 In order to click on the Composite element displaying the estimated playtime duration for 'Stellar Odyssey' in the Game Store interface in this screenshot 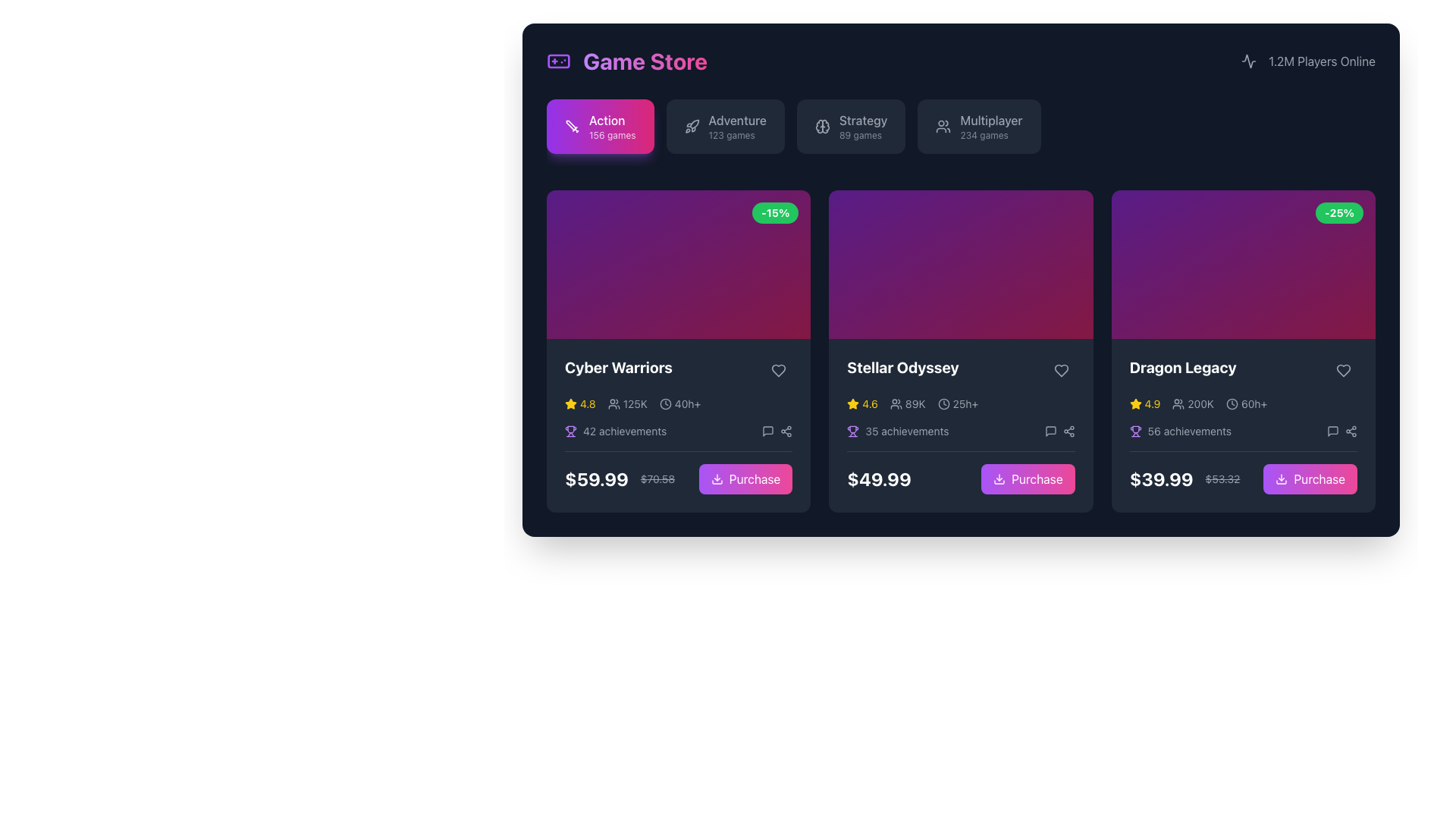, I will do `click(957, 403)`.